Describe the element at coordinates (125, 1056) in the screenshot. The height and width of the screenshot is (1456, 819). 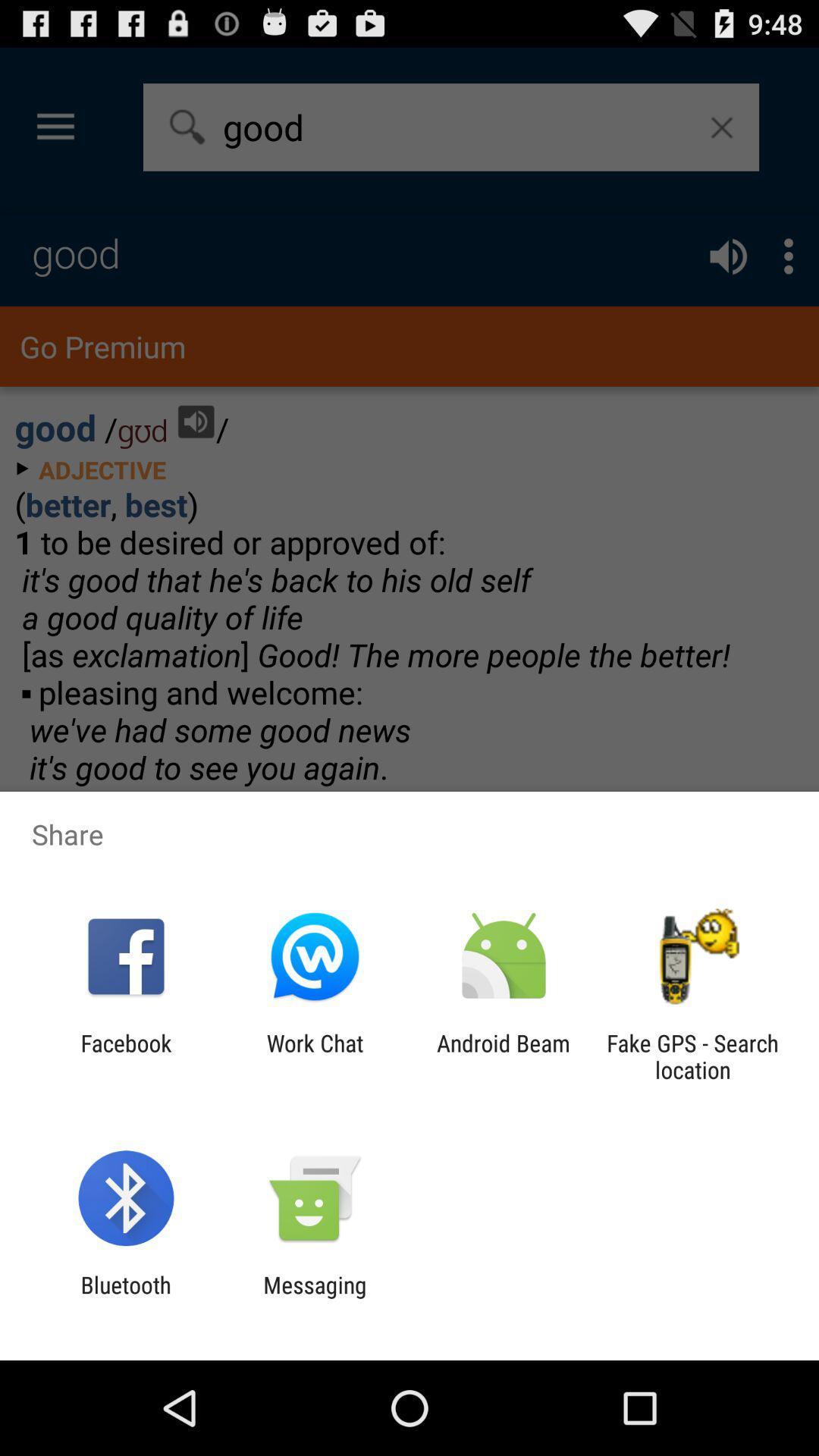
I see `the app to the left of work chat icon` at that location.